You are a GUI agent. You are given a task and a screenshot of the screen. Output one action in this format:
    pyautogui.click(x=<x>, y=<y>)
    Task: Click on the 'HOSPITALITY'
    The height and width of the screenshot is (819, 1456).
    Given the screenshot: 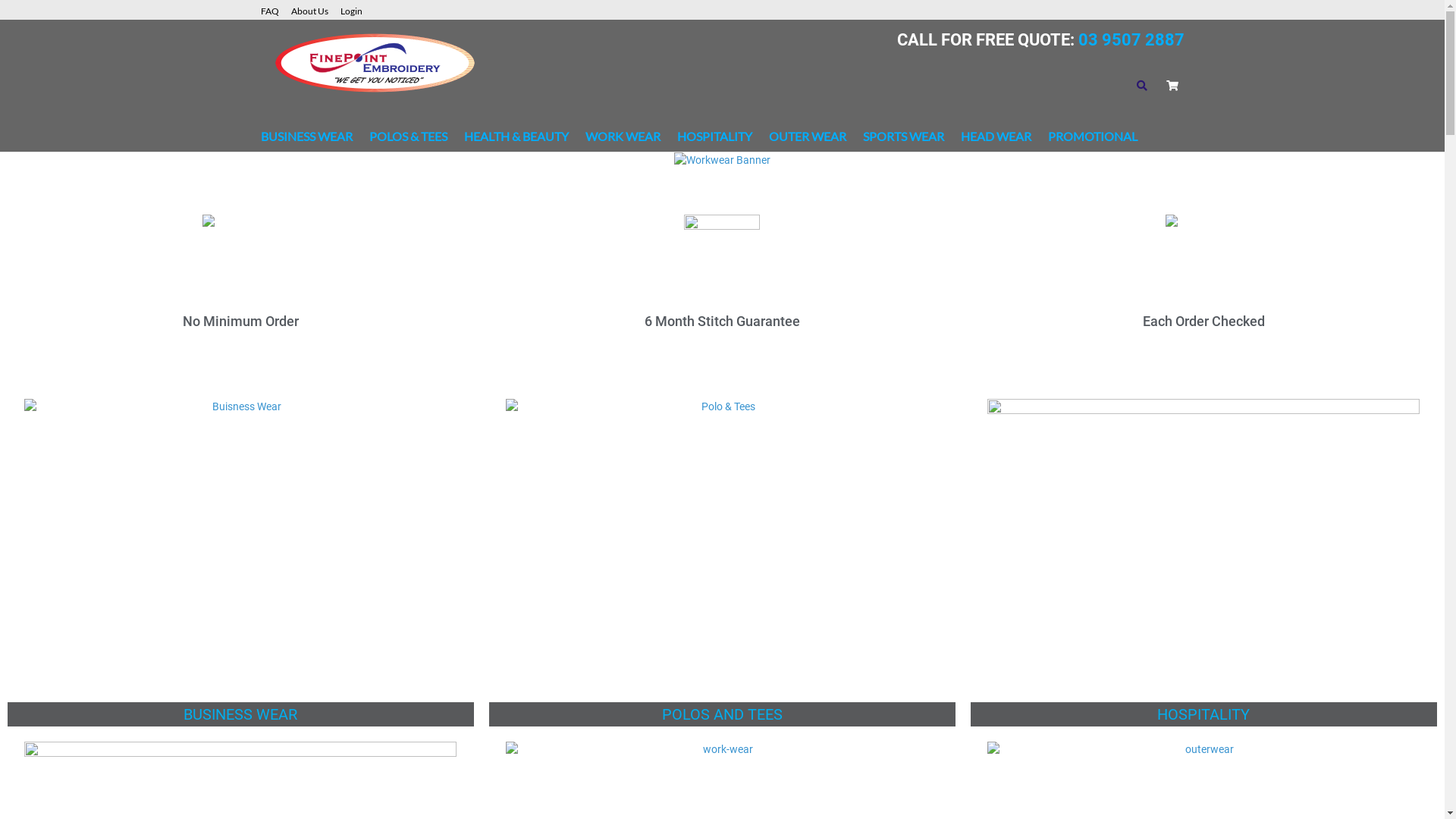 What is the action you would take?
    pyautogui.click(x=713, y=136)
    